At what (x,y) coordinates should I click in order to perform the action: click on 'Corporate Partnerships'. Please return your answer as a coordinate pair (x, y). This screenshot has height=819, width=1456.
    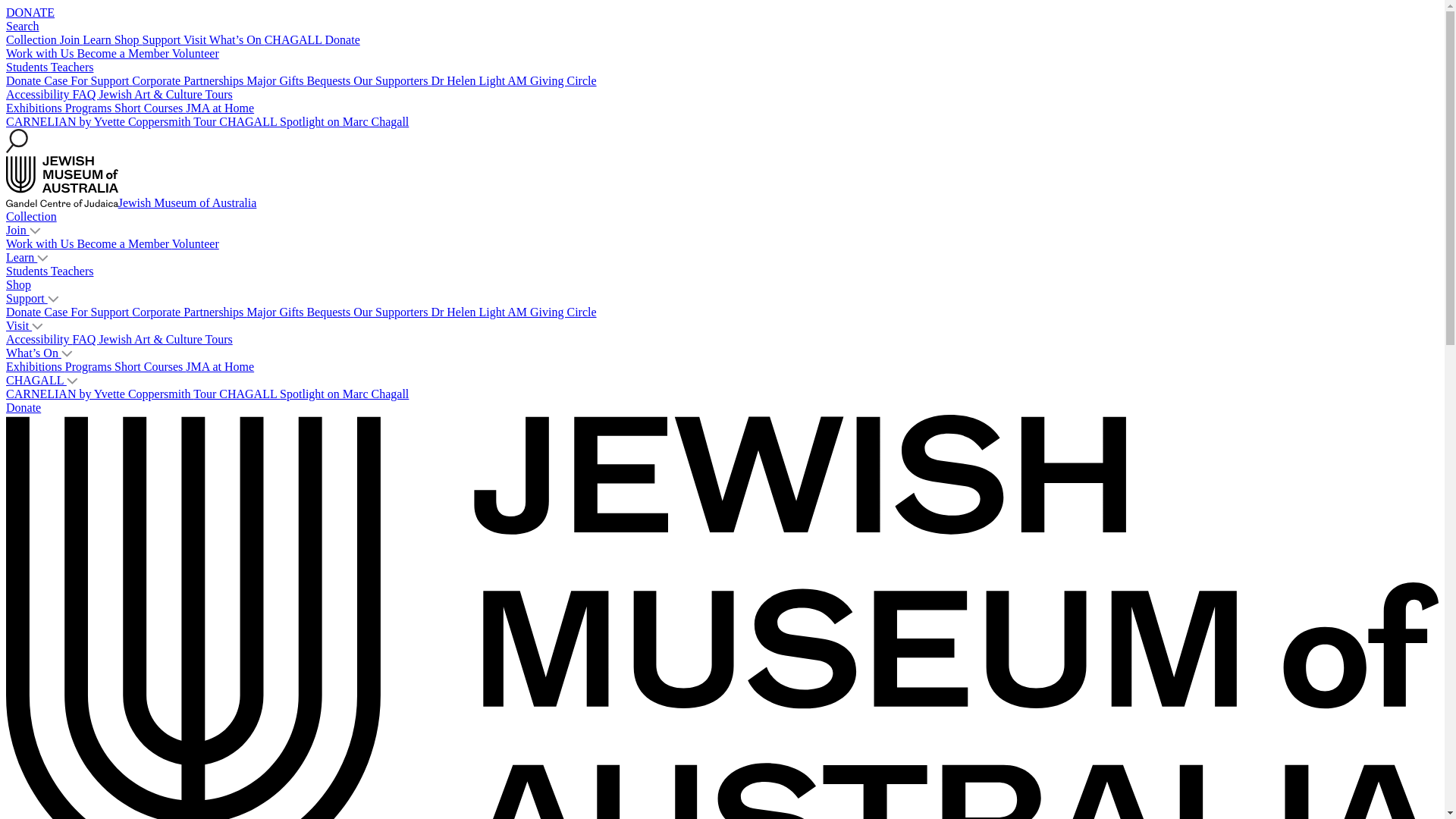
    Looking at the image, I should click on (188, 80).